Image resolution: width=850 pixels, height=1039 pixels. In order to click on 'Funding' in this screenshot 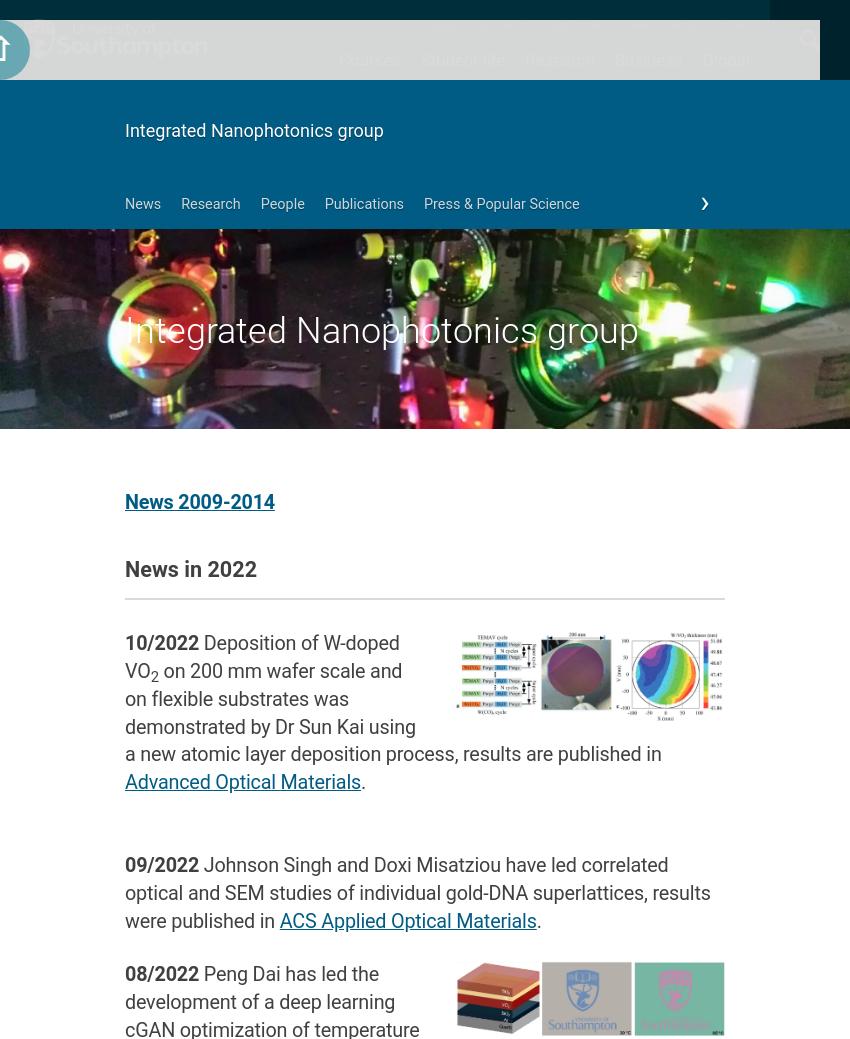, I will do `click(555, 256)`.